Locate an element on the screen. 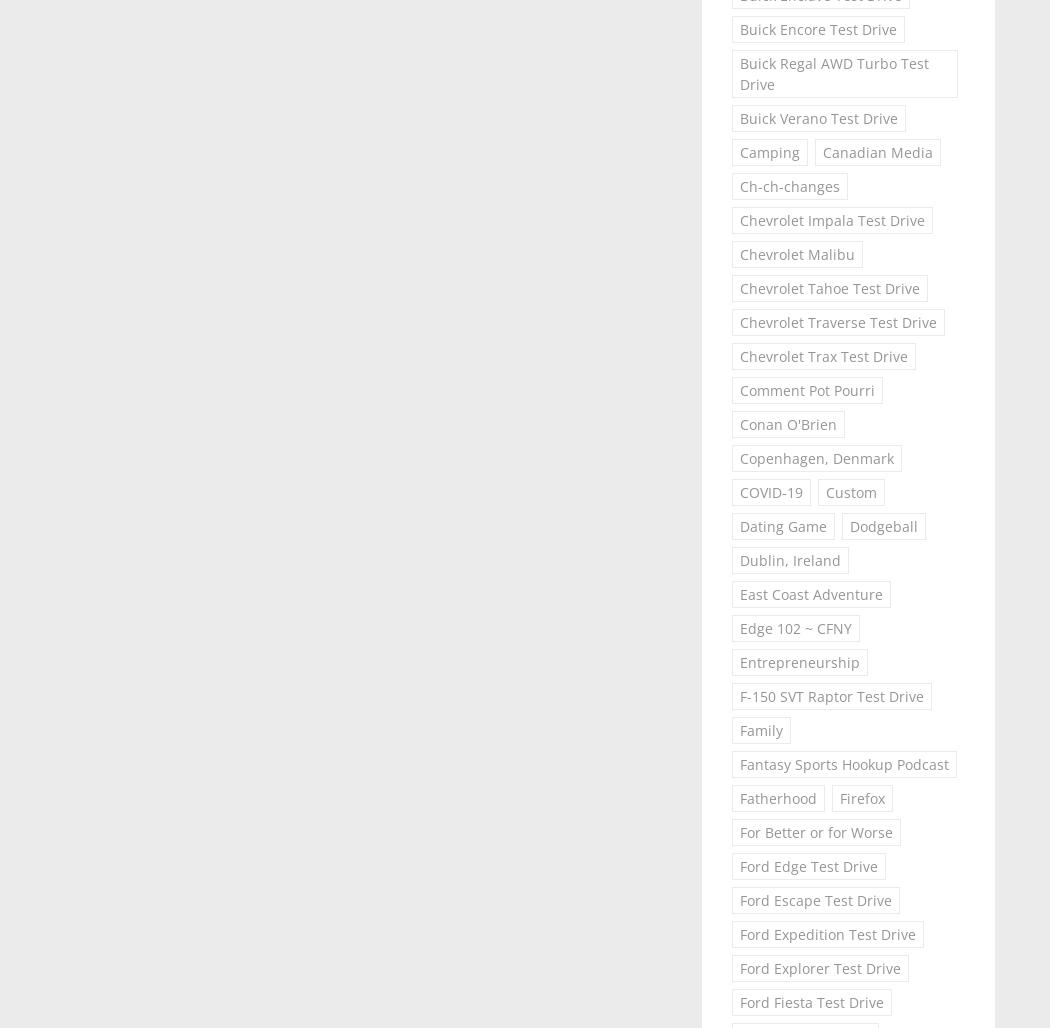  'Ch-ch-changes' is located at coordinates (737, 186).